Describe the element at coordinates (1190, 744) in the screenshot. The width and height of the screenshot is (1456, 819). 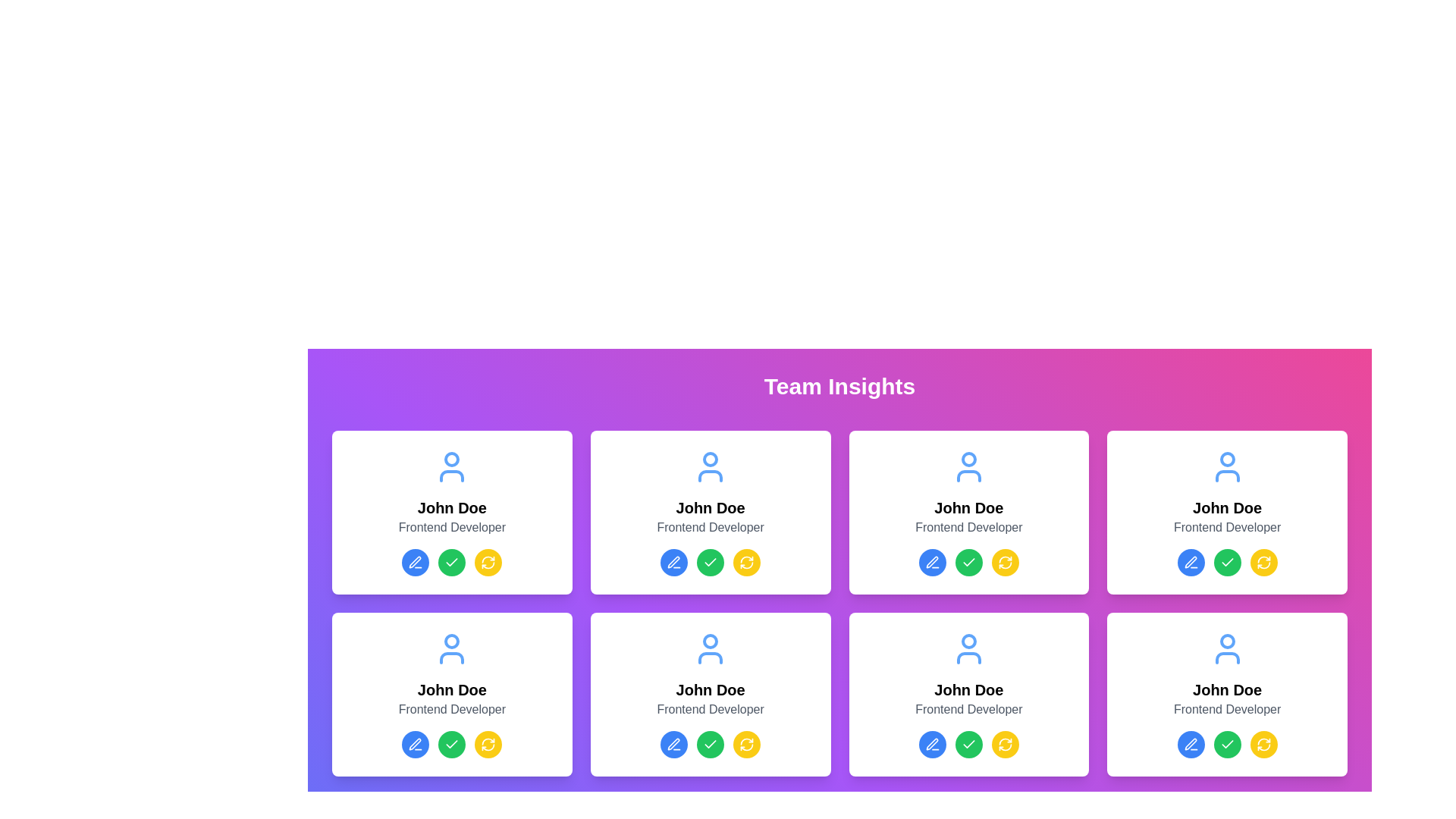
I see `the edit action button located in the bottom-left corner of the card in the fourth column of the second row` at that location.